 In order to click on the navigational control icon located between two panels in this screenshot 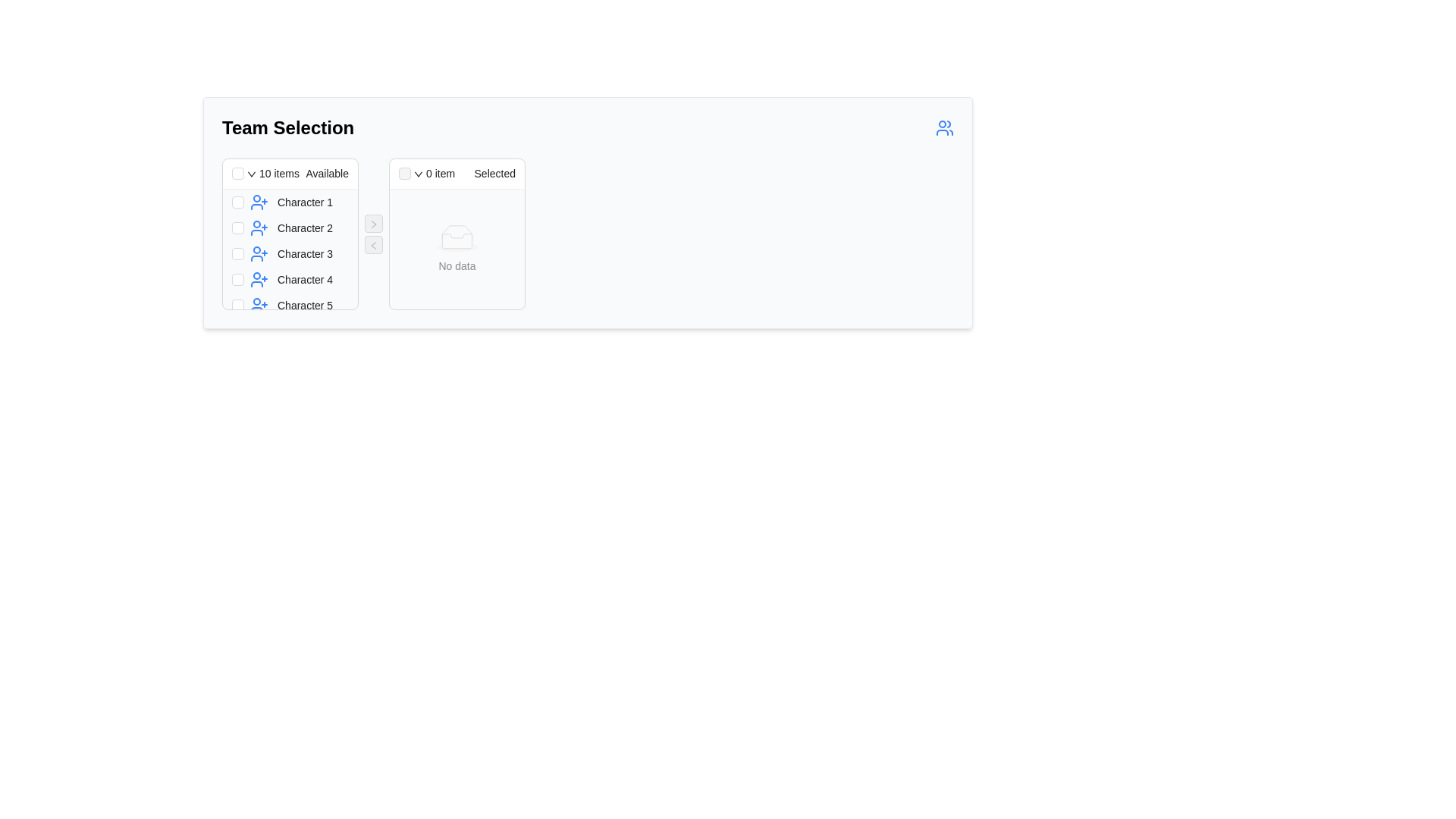, I will do `click(373, 244)`.